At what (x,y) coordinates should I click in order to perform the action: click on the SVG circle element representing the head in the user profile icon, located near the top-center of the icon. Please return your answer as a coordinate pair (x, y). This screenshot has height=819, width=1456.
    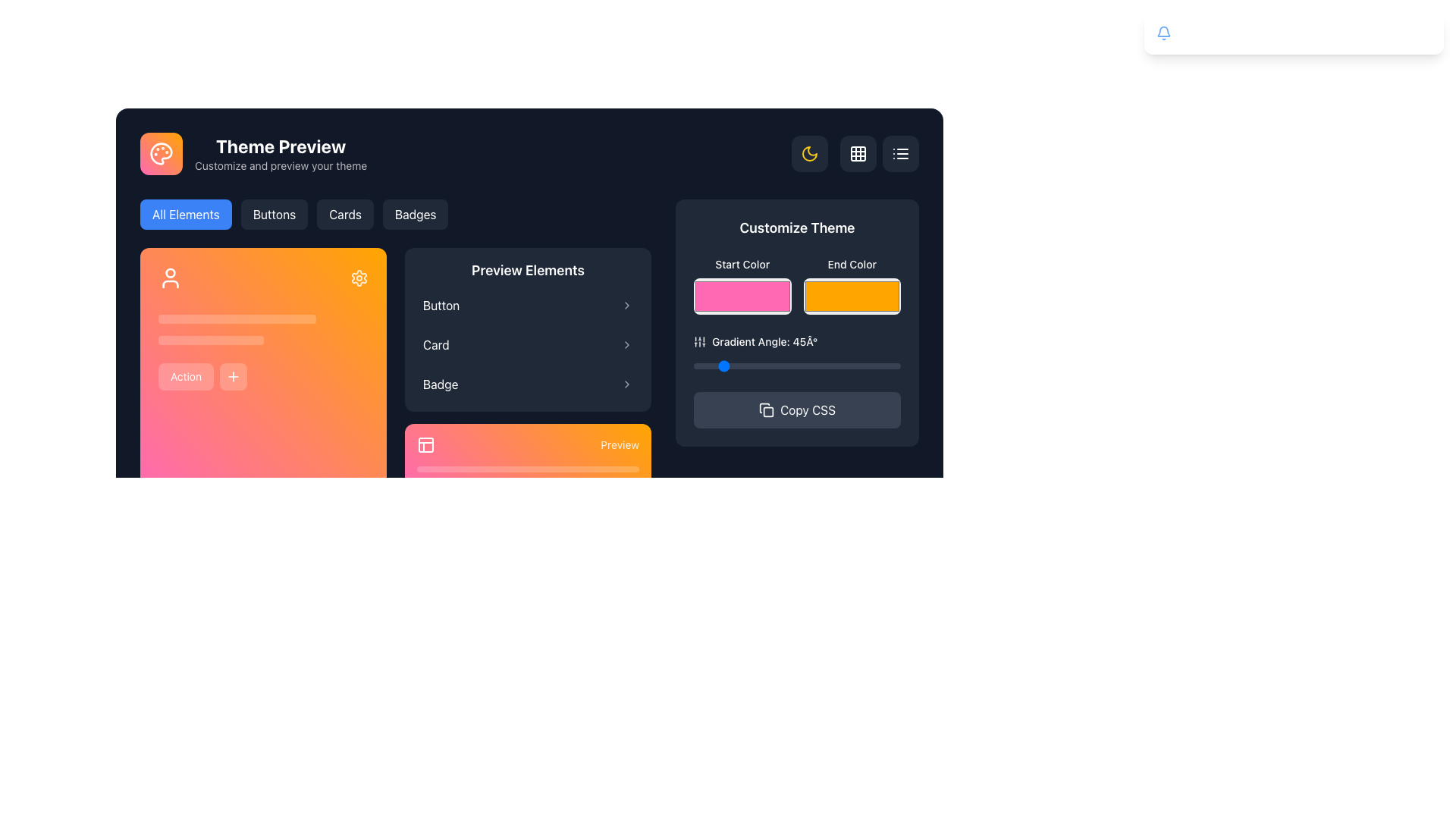
    Looking at the image, I should click on (171, 271).